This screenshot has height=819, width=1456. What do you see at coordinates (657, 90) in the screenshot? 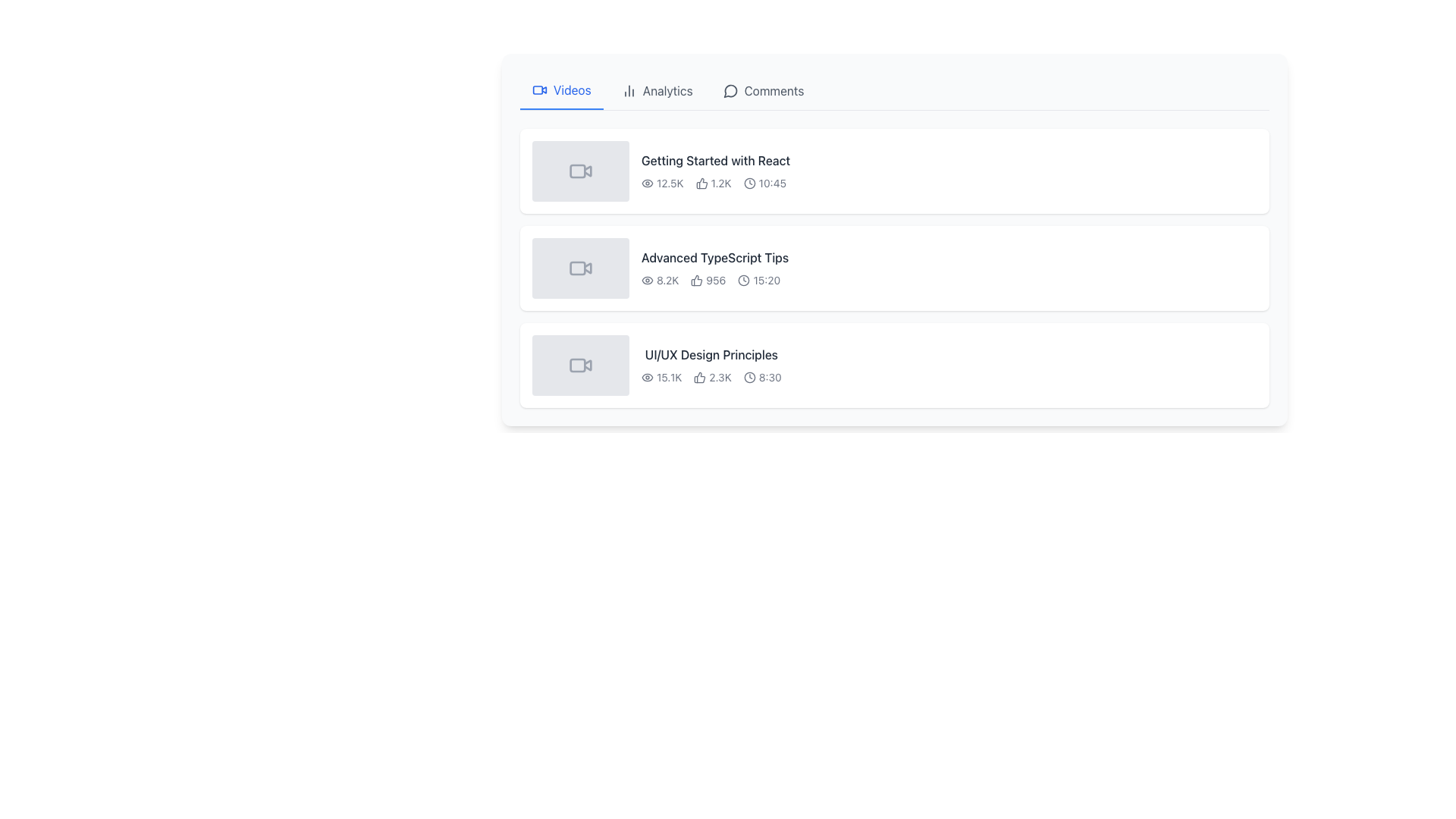
I see `the Navigation Button located between the 'Videos' and 'Comments' buttons in the upper middle section of the interface` at bounding box center [657, 90].